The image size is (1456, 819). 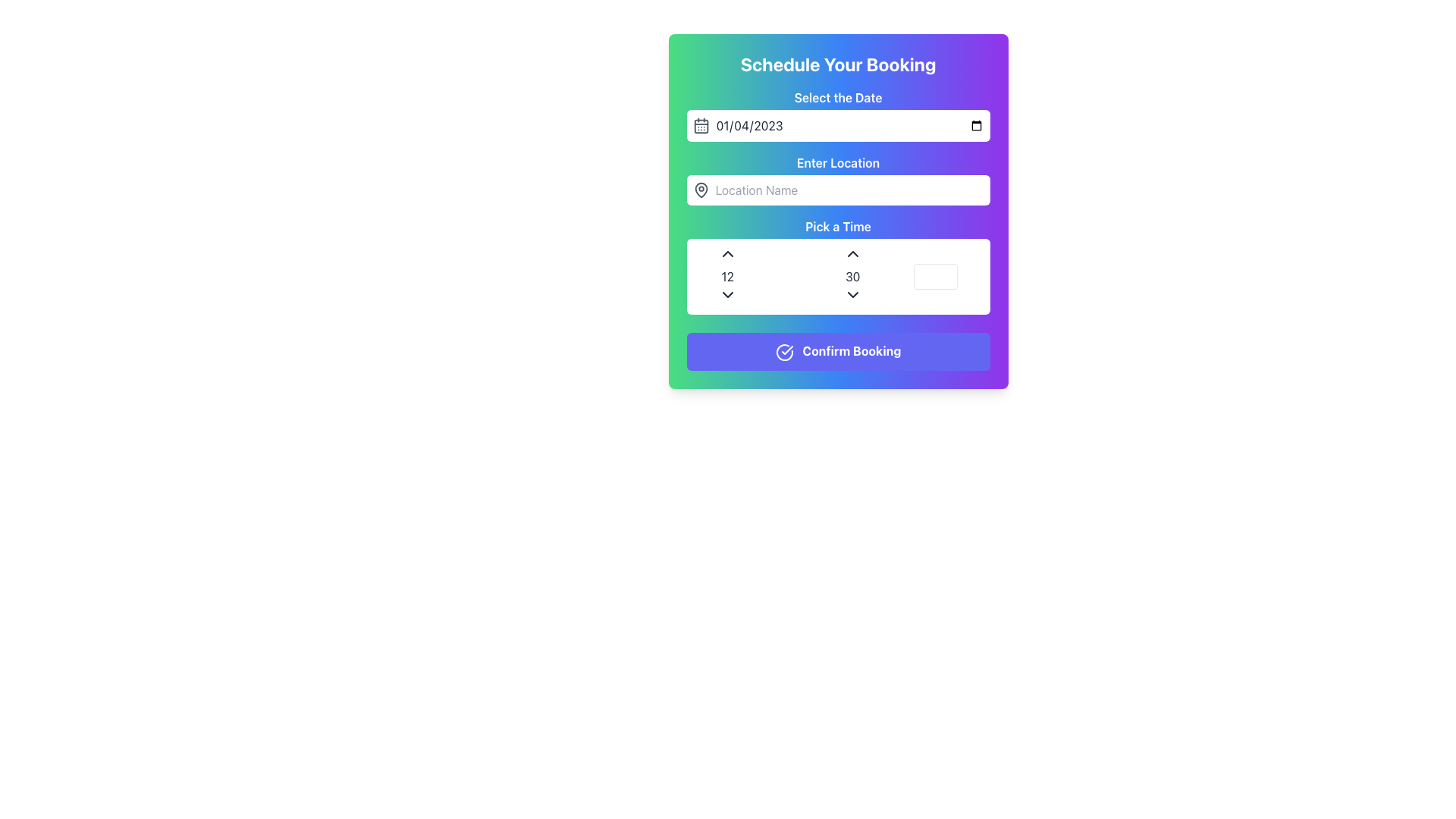 I want to click on the downward-pointing chevron icon located below the '30' text in the time selection interface, so click(x=852, y=295).